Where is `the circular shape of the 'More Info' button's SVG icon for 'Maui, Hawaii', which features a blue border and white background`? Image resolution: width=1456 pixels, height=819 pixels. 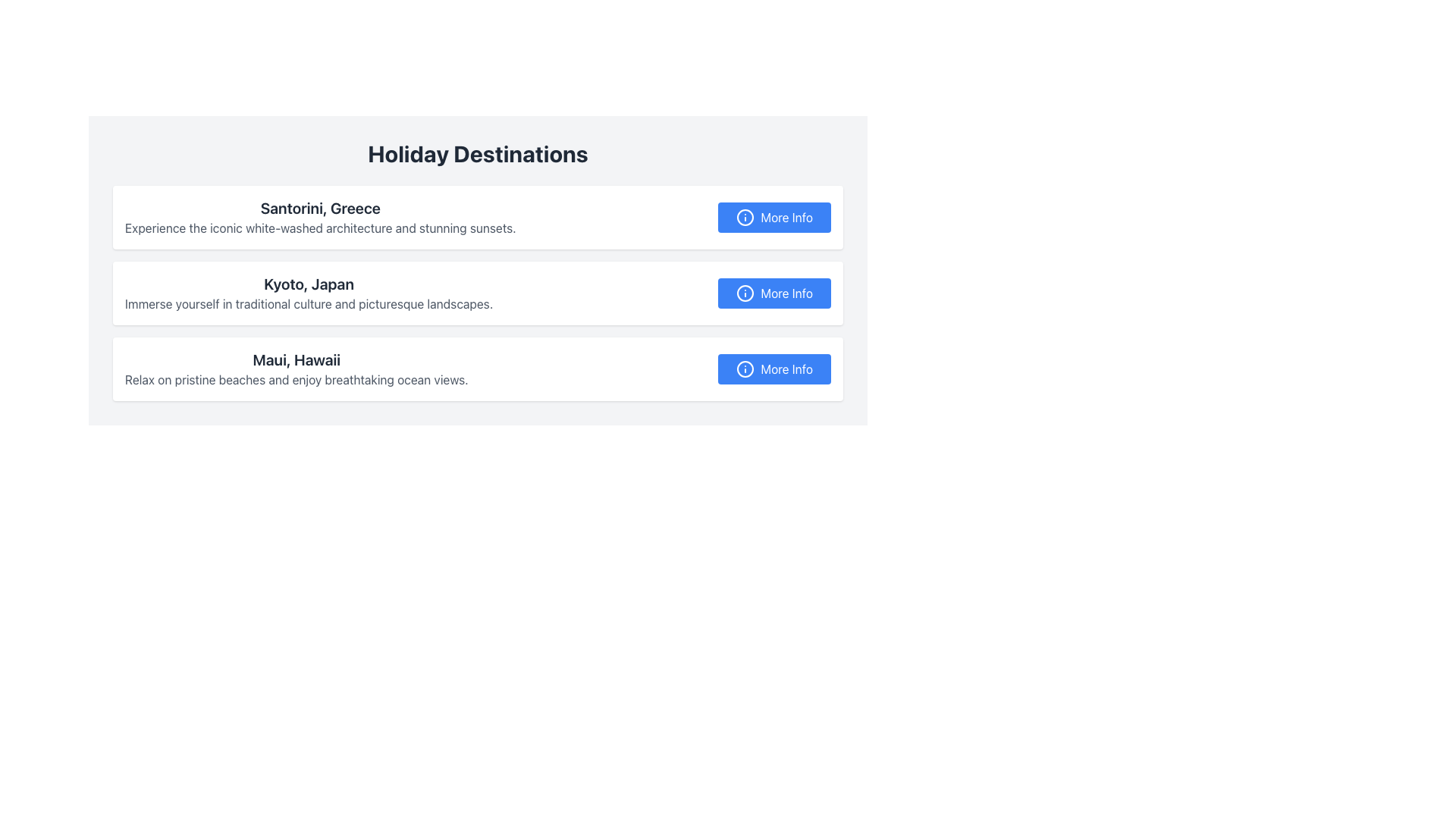 the circular shape of the 'More Info' button's SVG icon for 'Maui, Hawaii', which features a blue border and white background is located at coordinates (745, 369).